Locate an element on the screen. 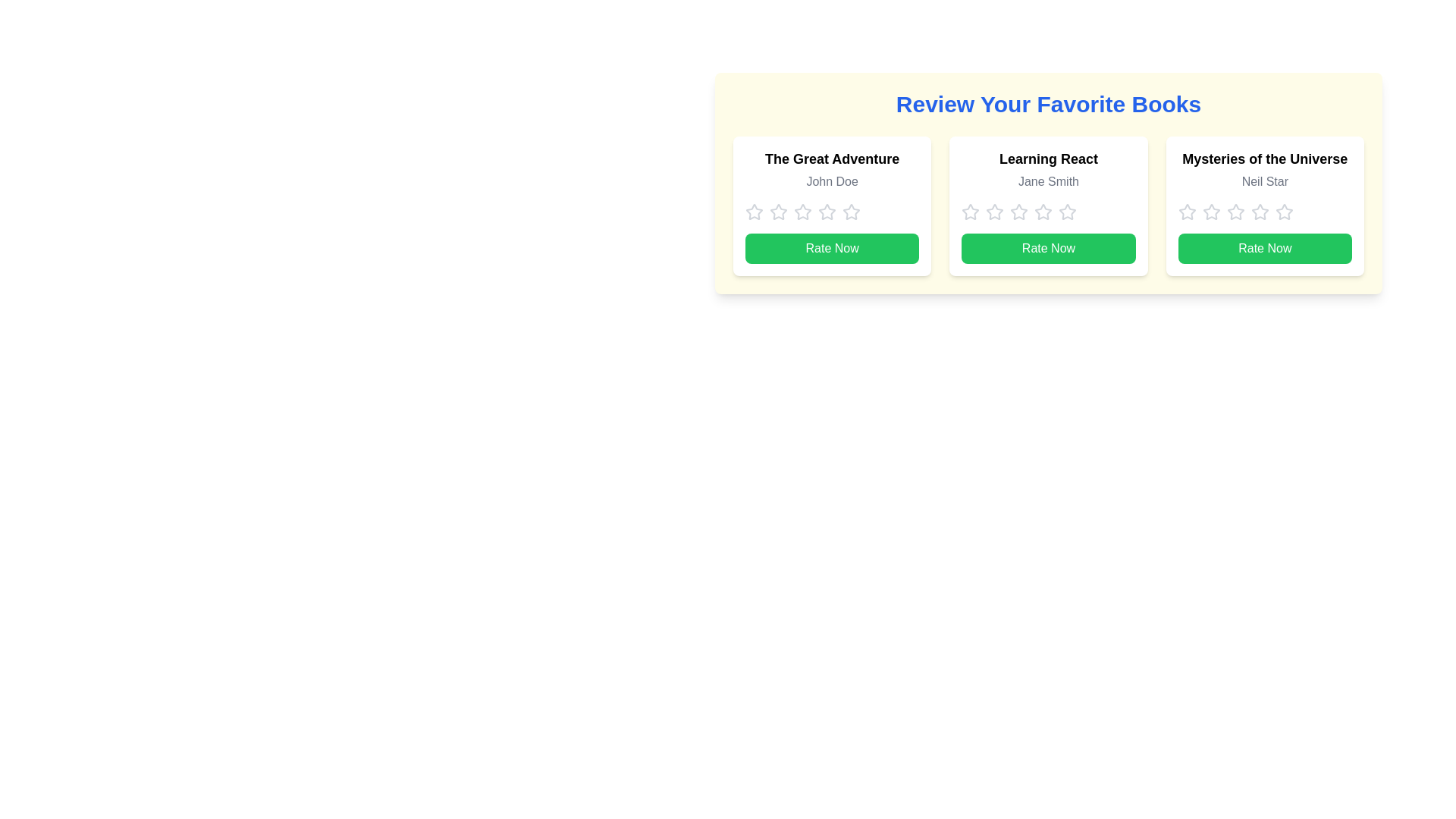 The image size is (1456, 819). the text display block that shows the book title 'The Great Adventure' by 'John Doe' in a card interface located at the top-left region is located at coordinates (831, 171).